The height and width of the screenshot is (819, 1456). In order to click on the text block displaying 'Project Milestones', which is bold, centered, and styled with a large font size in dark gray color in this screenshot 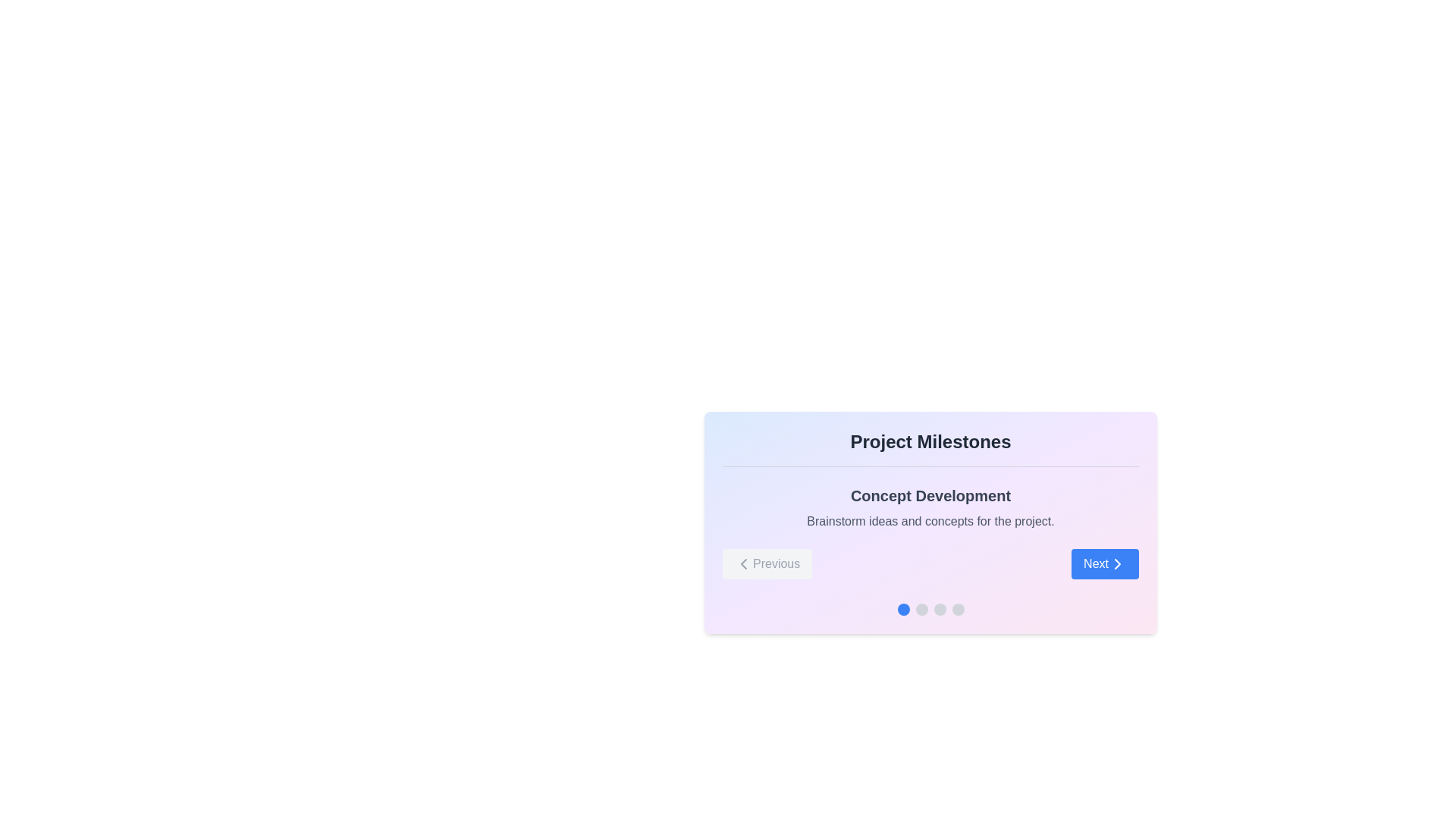, I will do `click(930, 447)`.